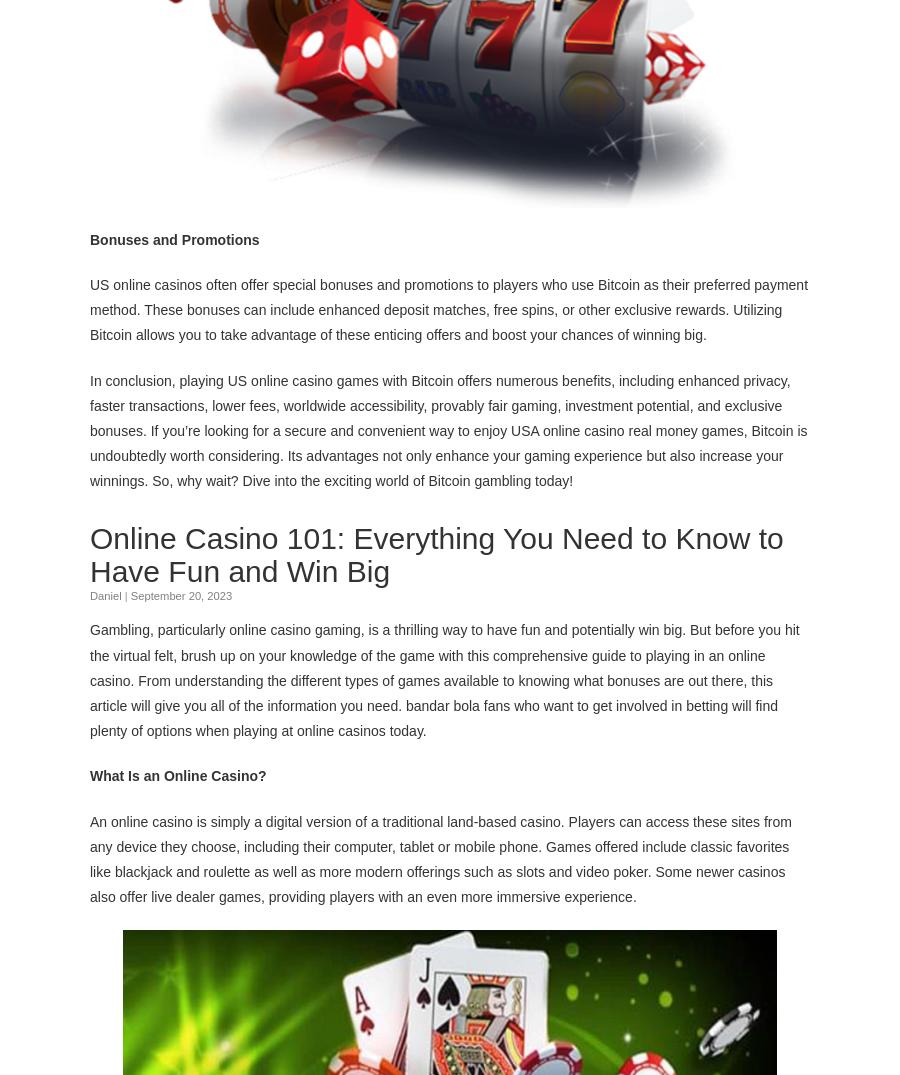 The height and width of the screenshot is (1075, 900). What do you see at coordinates (89, 774) in the screenshot?
I see `'What Is an Online Casino?'` at bounding box center [89, 774].